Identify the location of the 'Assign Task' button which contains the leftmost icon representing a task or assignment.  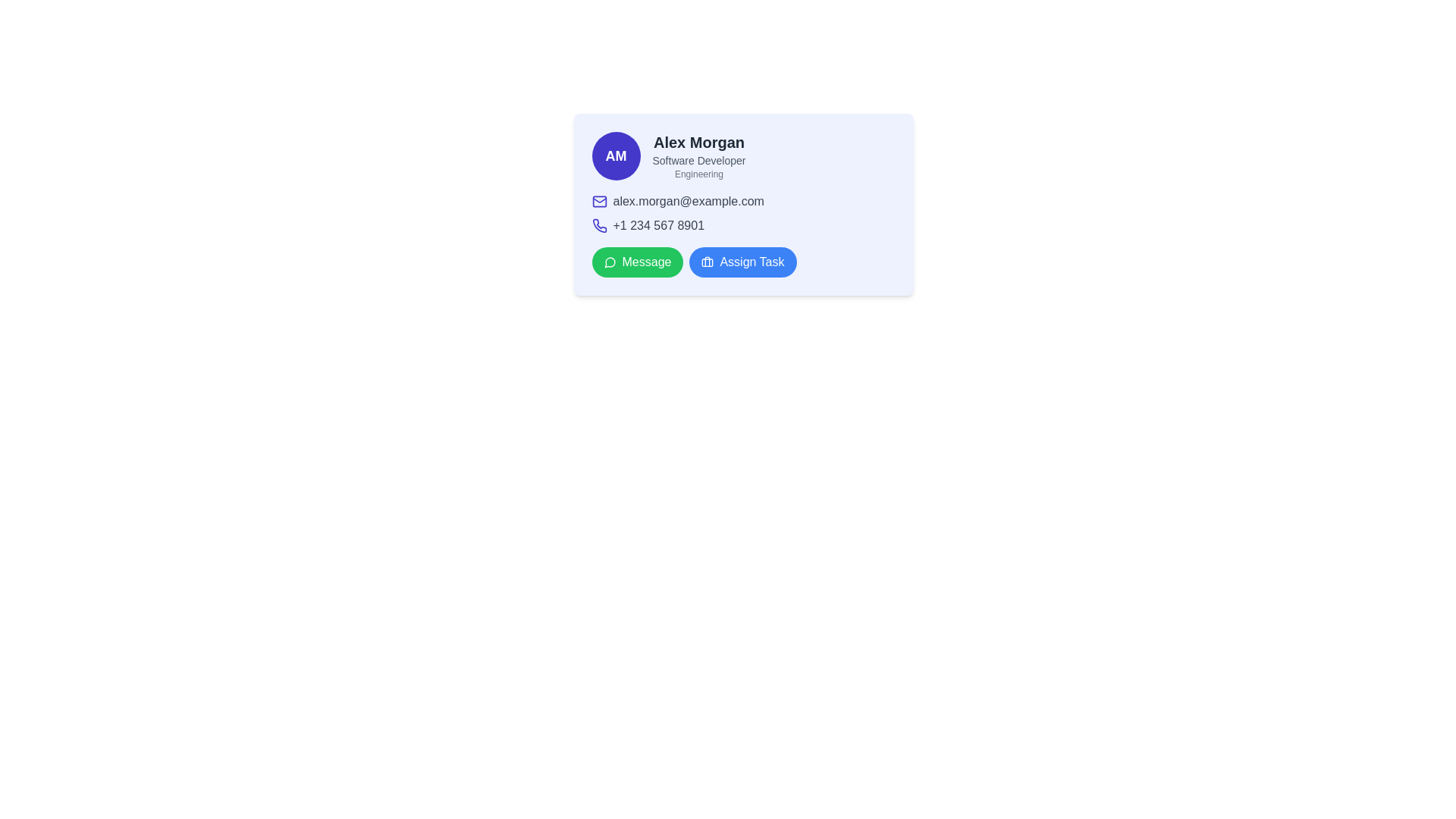
(707, 262).